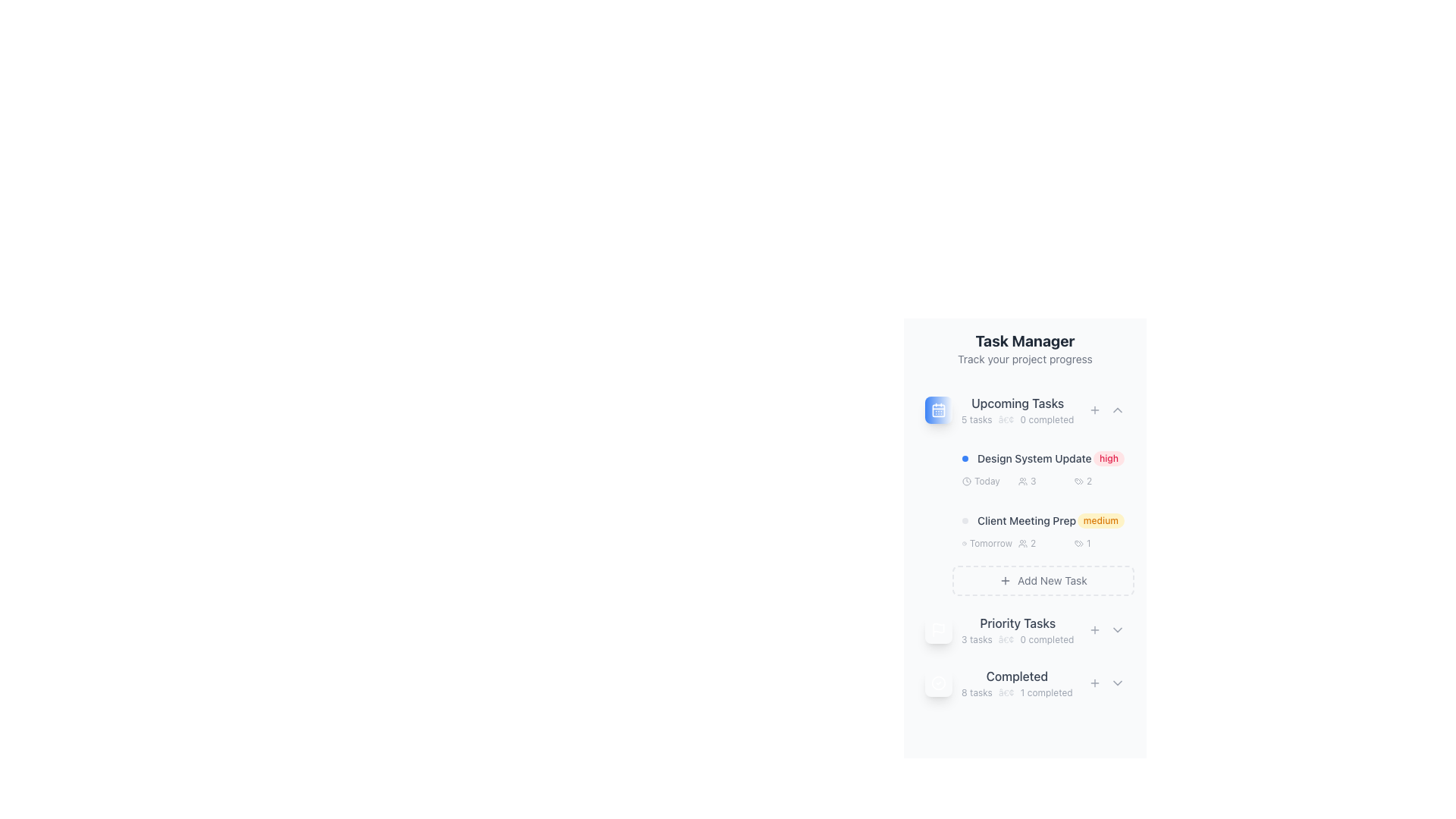 The image size is (1456, 819). What do you see at coordinates (1043, 519) in the screenshot?
I see `the Task item labeled 'Client Meeting Prep' with a priority badge indicating 'medium'` at bounding box center [1043, 519].